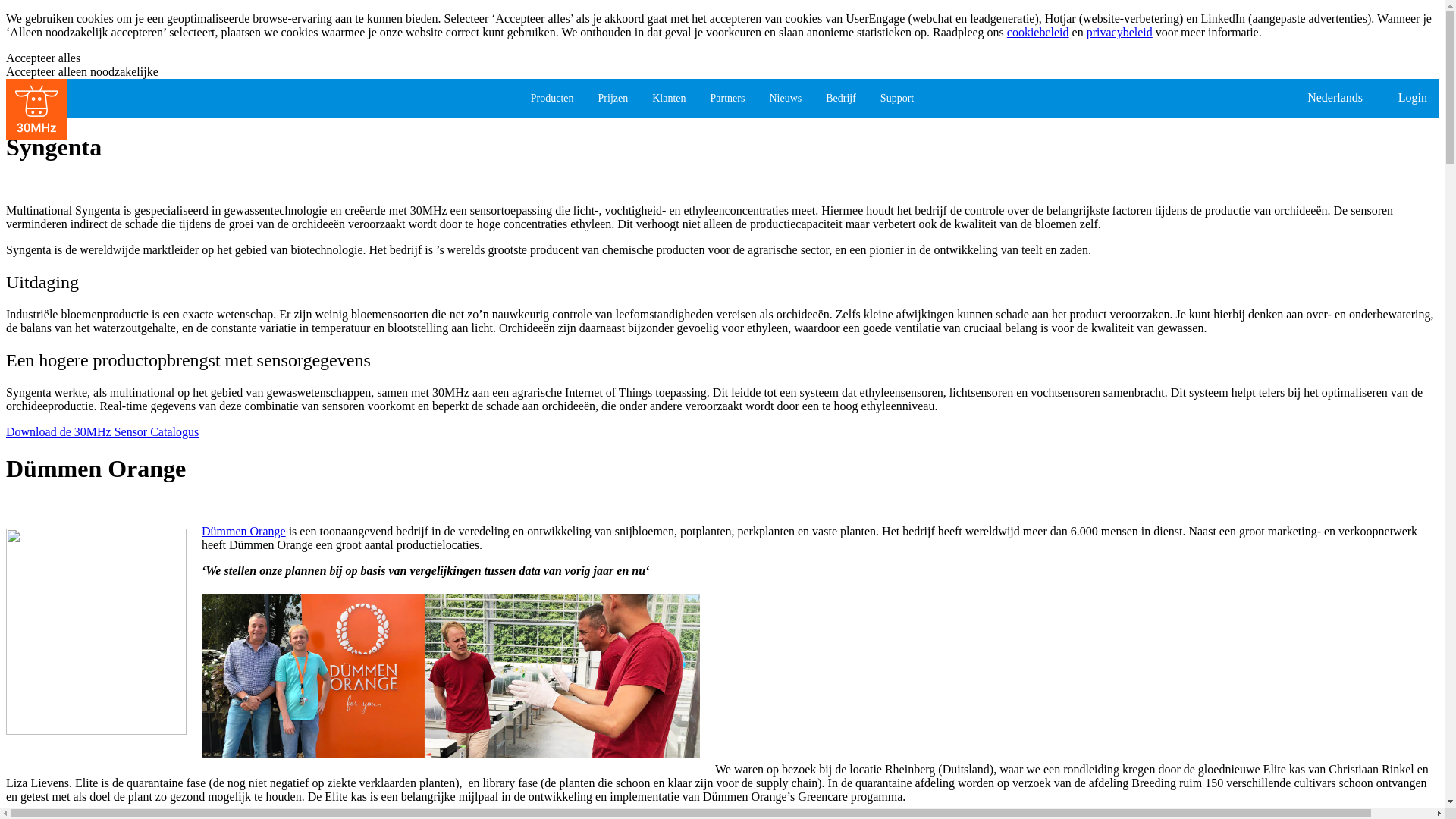  What do you see at coordinates (761, 99) in the screenshot?
I see `'Nieuws'` at bounding box center [761, 99].